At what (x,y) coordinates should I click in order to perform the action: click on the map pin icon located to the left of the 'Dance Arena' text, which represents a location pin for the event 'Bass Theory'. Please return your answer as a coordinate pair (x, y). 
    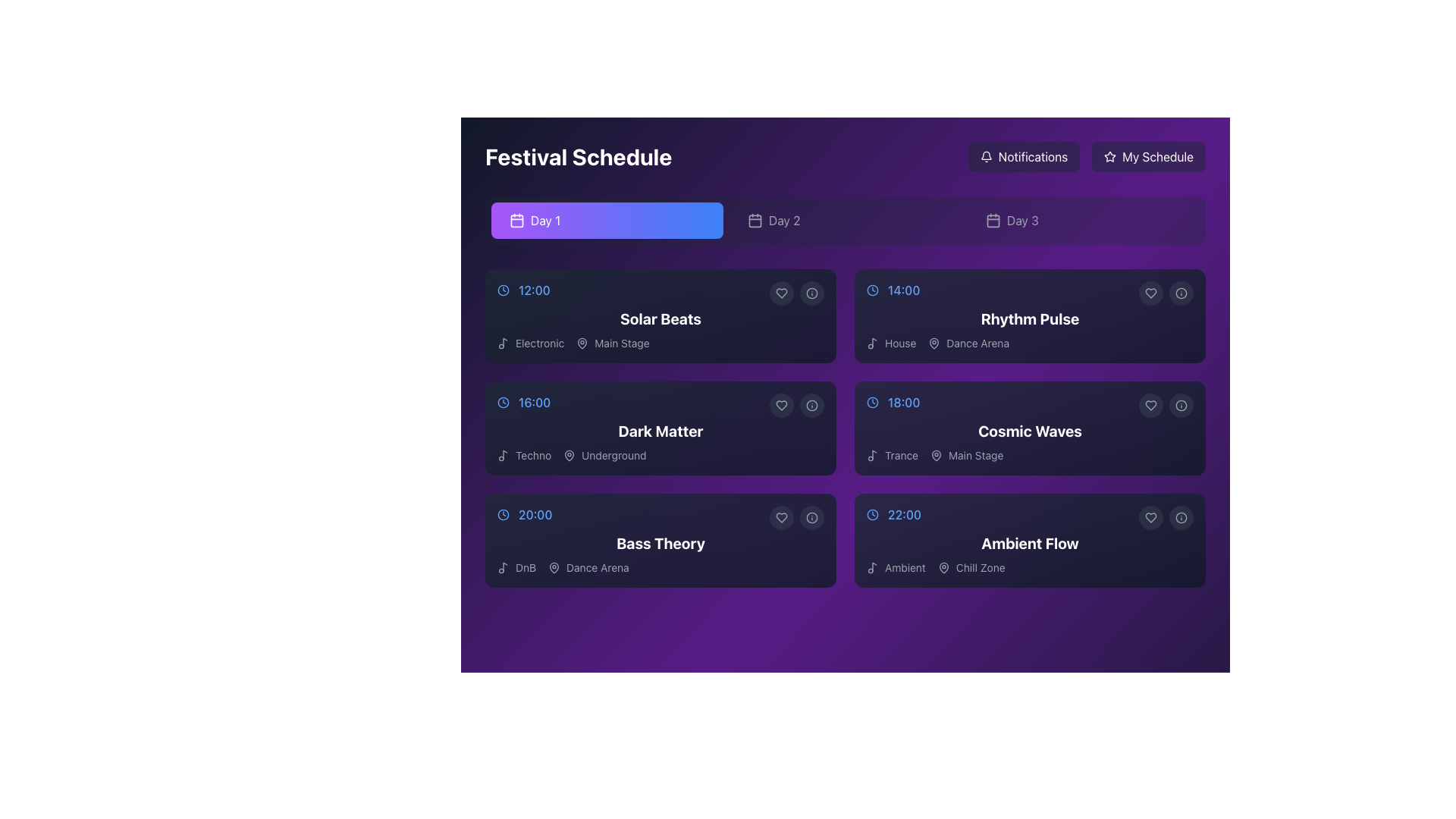
    Looking at the image, I should click on (554, 567).